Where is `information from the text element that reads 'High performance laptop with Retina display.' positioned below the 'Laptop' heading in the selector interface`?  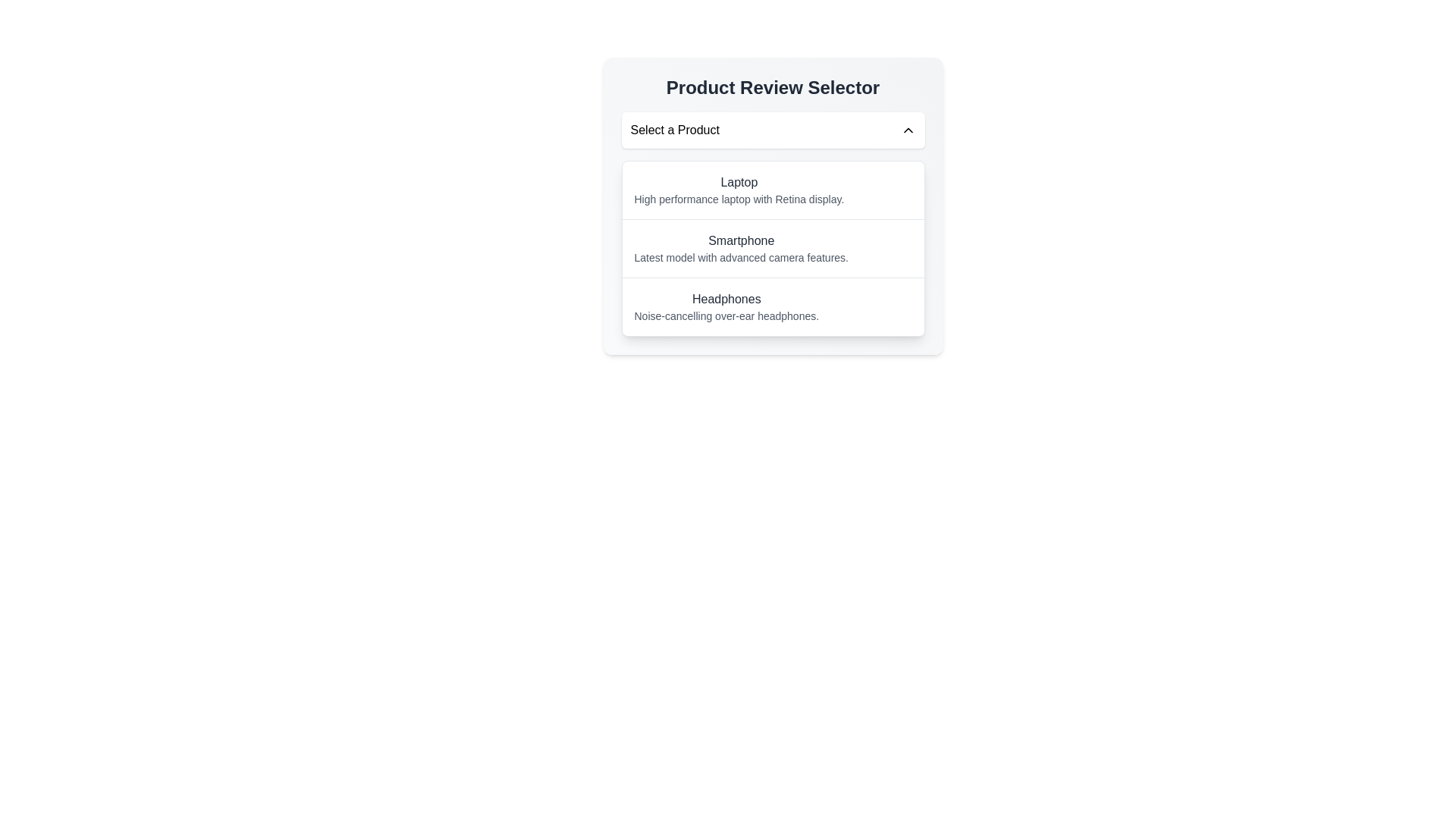
information from the text element that reads 'High performance laptop with Retina display.' positioned below the 'Laptop' heading in the selector interface is located at coordinates (739, 198).